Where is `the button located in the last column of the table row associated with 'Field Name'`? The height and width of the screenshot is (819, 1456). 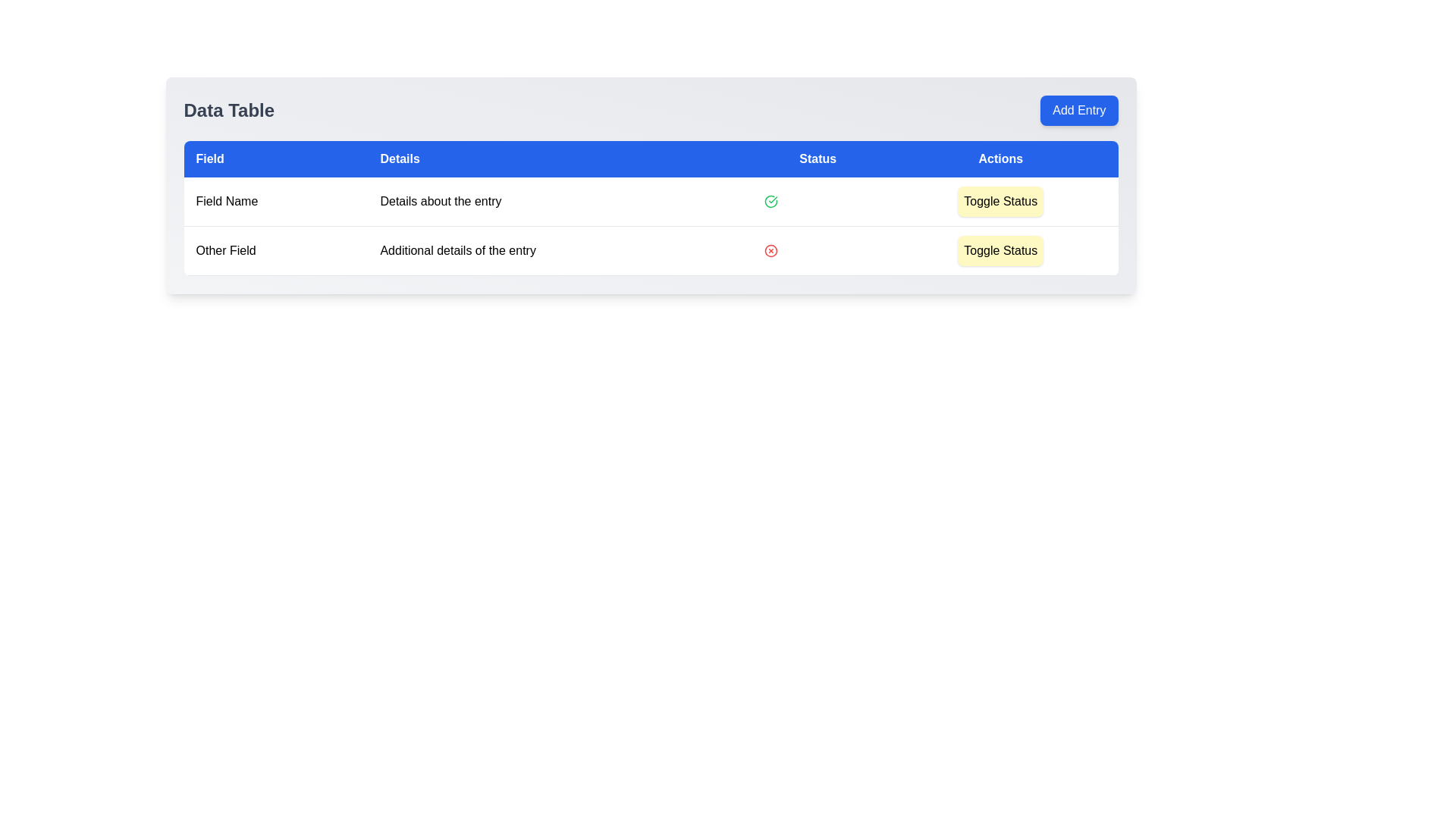 the button located in the last column of the table row associated with 'Field Name' is located at coordinates (1000, 201).